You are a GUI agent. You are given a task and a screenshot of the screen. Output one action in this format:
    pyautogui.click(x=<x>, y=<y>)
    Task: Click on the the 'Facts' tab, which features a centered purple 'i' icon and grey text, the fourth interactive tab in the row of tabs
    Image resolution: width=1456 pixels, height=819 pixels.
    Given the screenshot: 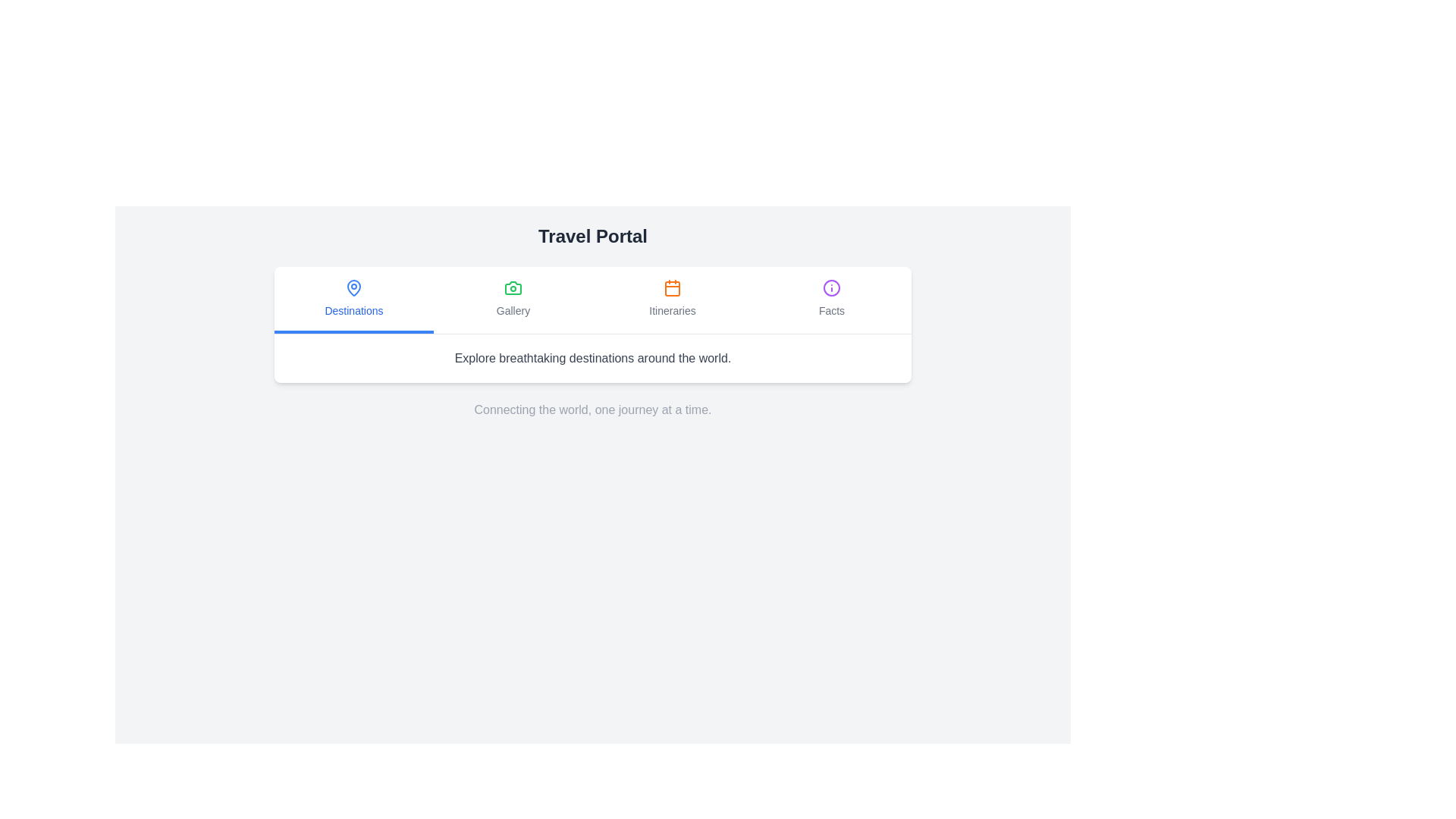 What is the action you would take?
    pyautogui.click(x=831, y=300)
    